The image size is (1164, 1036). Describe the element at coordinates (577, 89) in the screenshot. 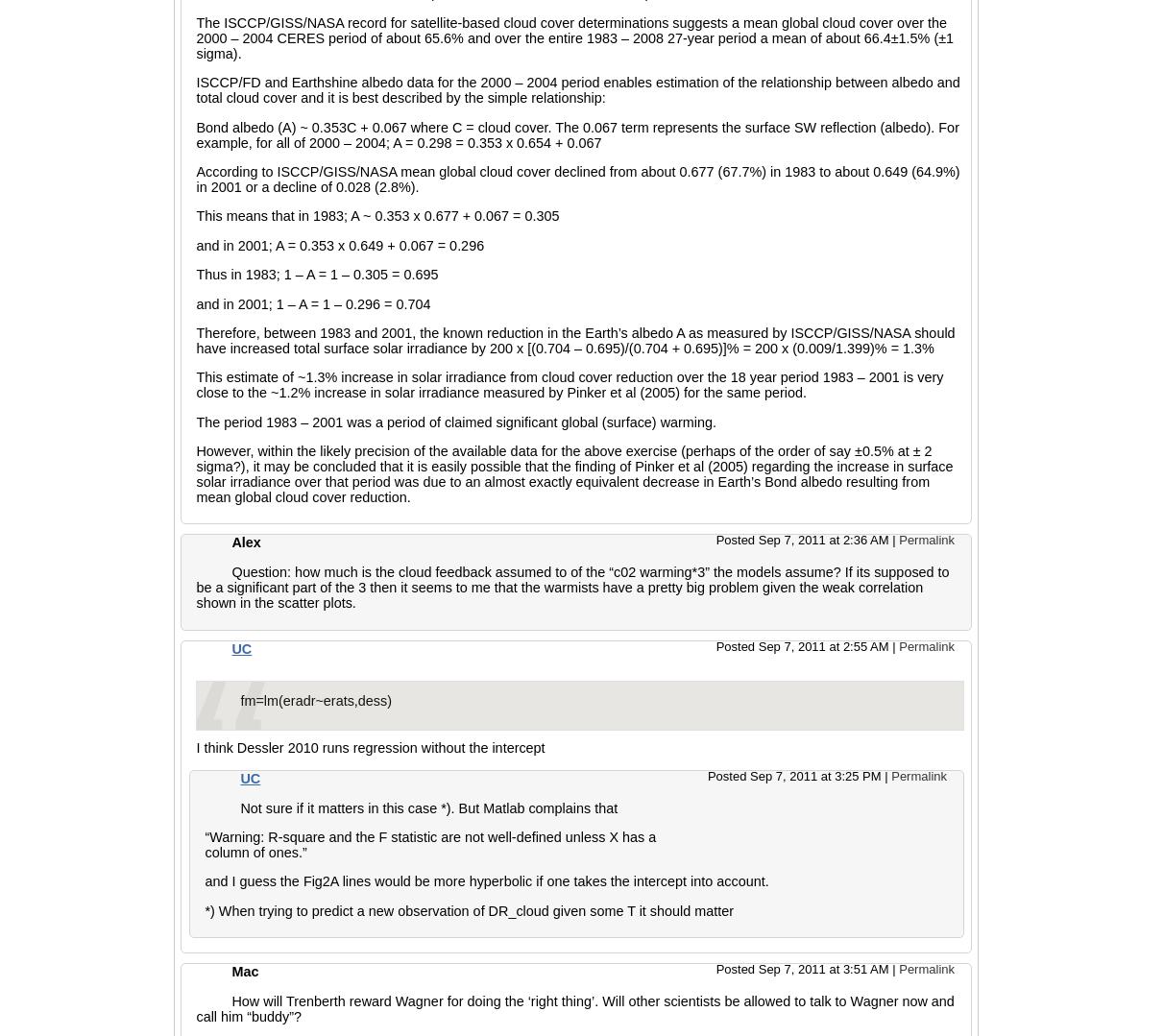

I see `'ISCCP/FD and Earthshine albedo data for the 2000 – 2004 period enables estimation of the relationship between albedo and total cloud cover and it is best described by the simple relationship:'` at that location.